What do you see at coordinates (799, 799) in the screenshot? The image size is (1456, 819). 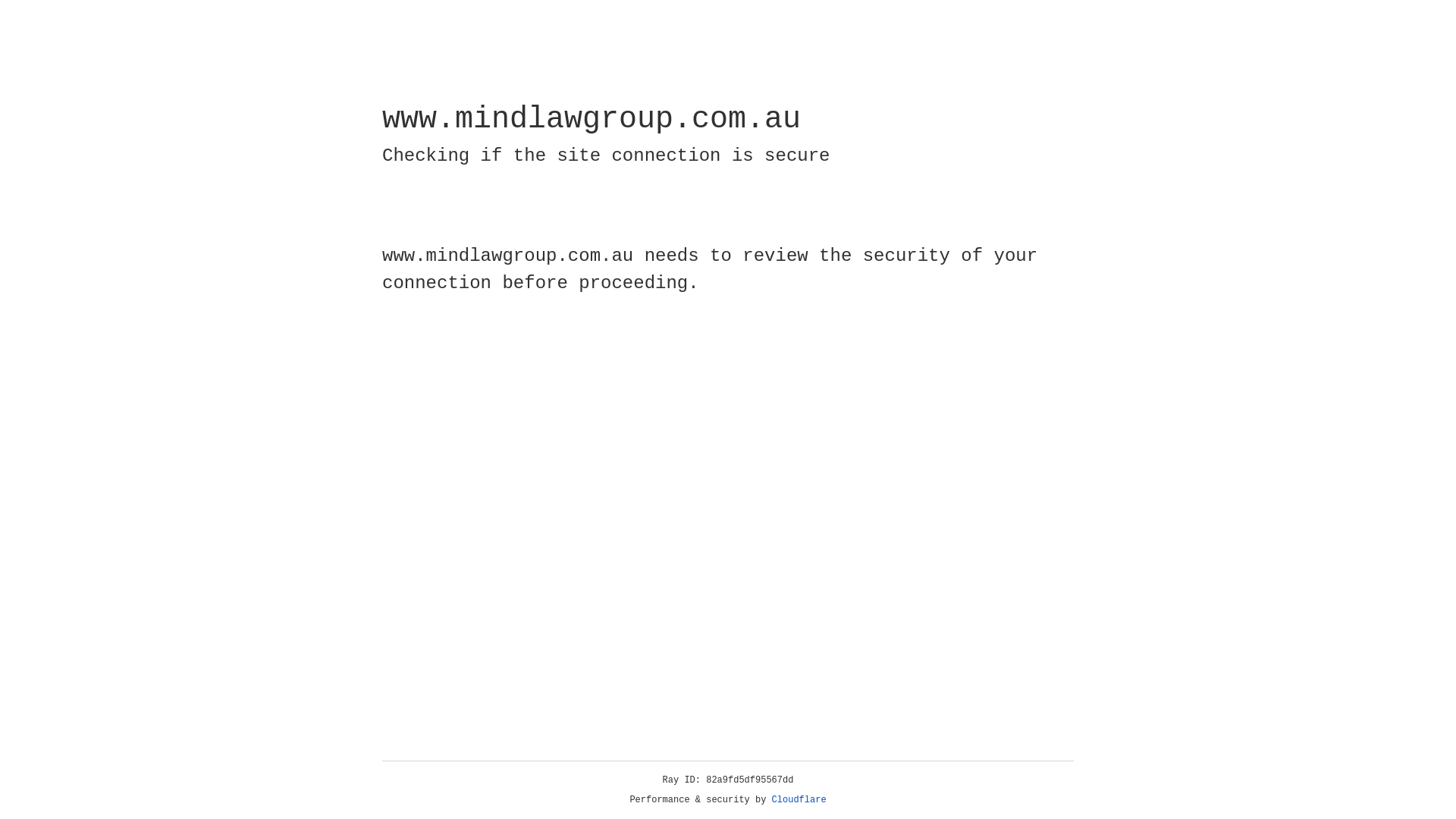 I see `'Cloudflare'` at bounding box center [799, 799].